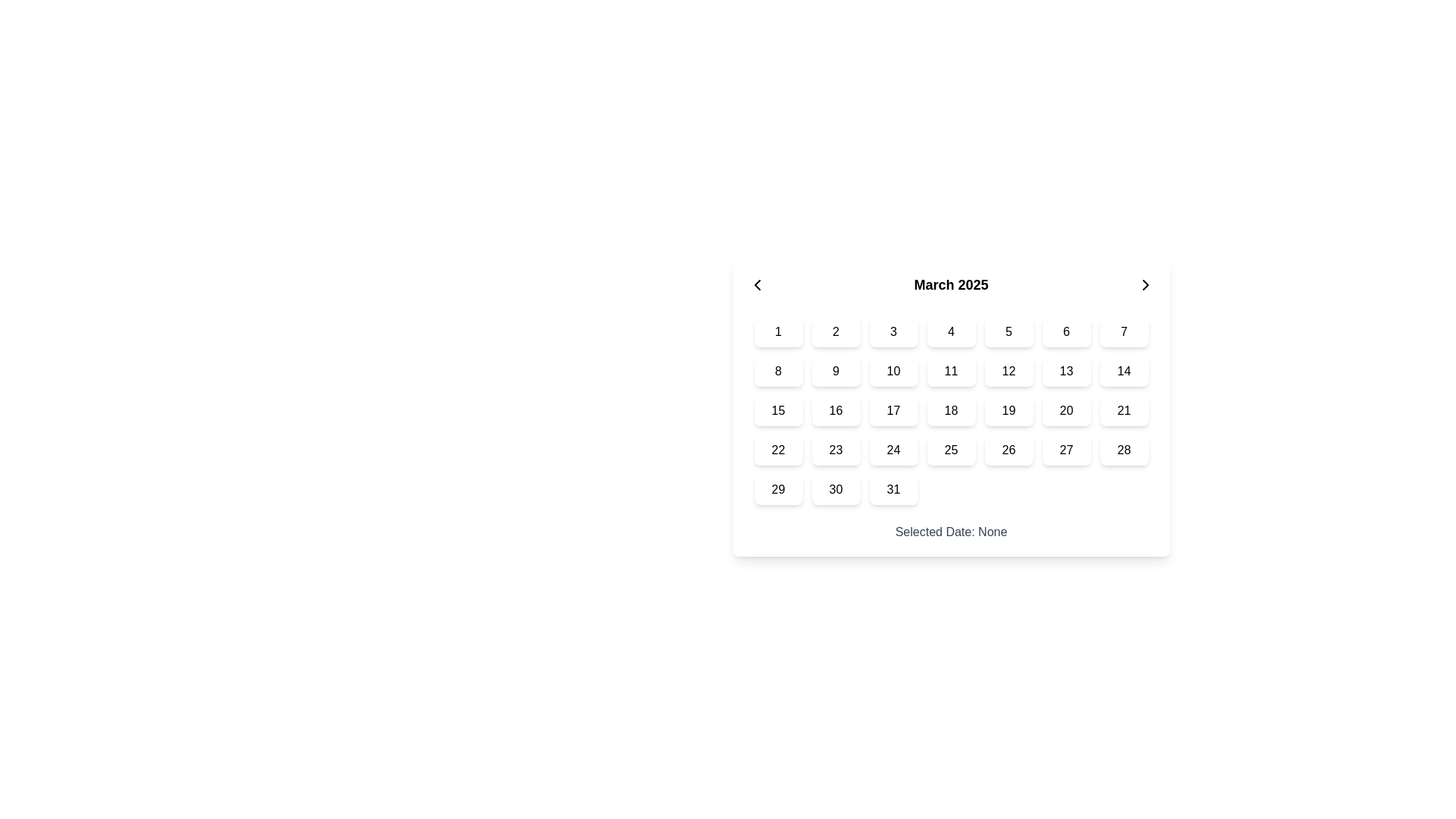  I want to click on the button displaying the number '26' in the calendar grid for accessibility purposes, so click(1009, 450).